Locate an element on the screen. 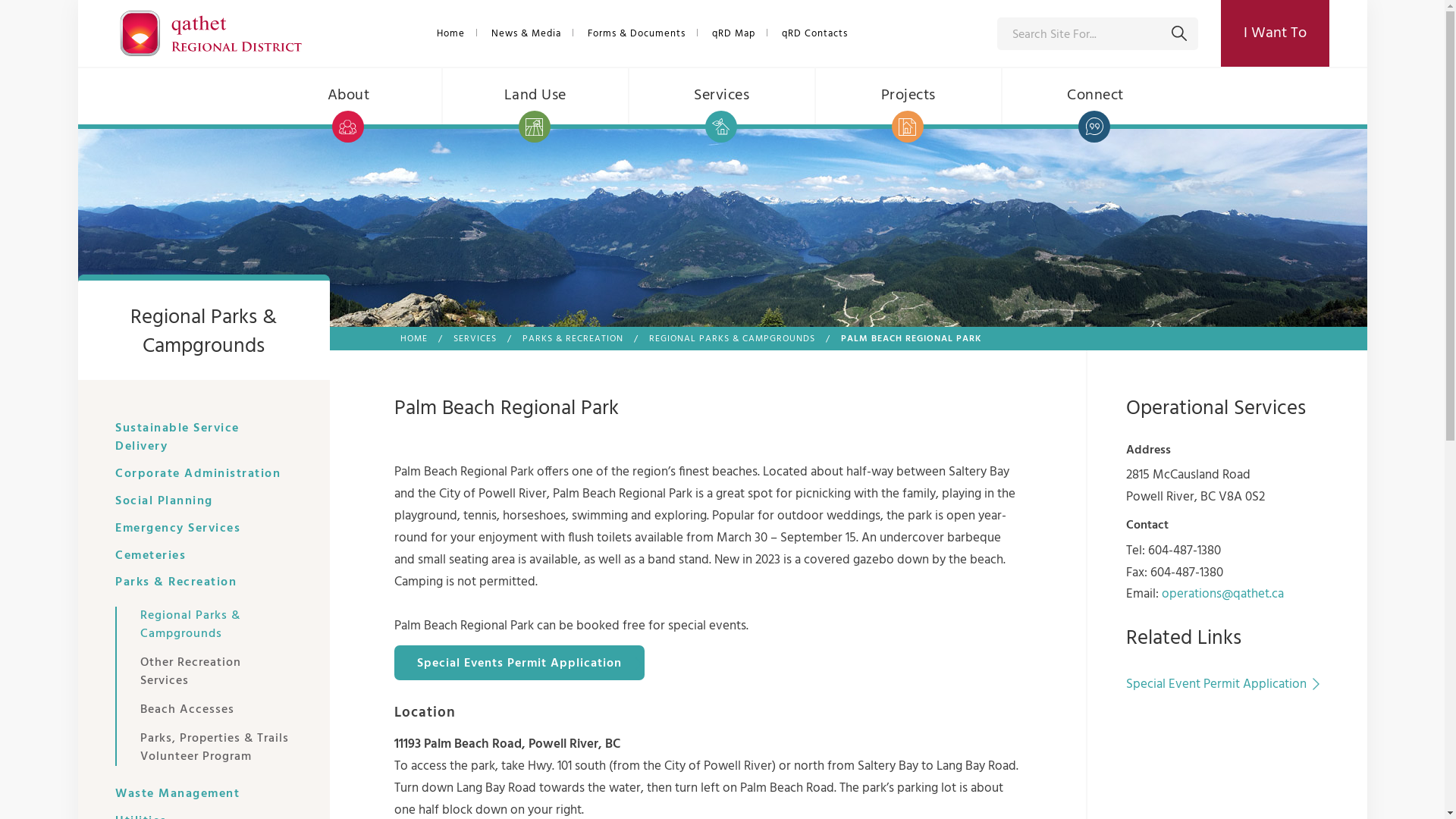 The height and width of the screenshot is (819, 1456). 'News & Media' is located at coordinates (526, 33).